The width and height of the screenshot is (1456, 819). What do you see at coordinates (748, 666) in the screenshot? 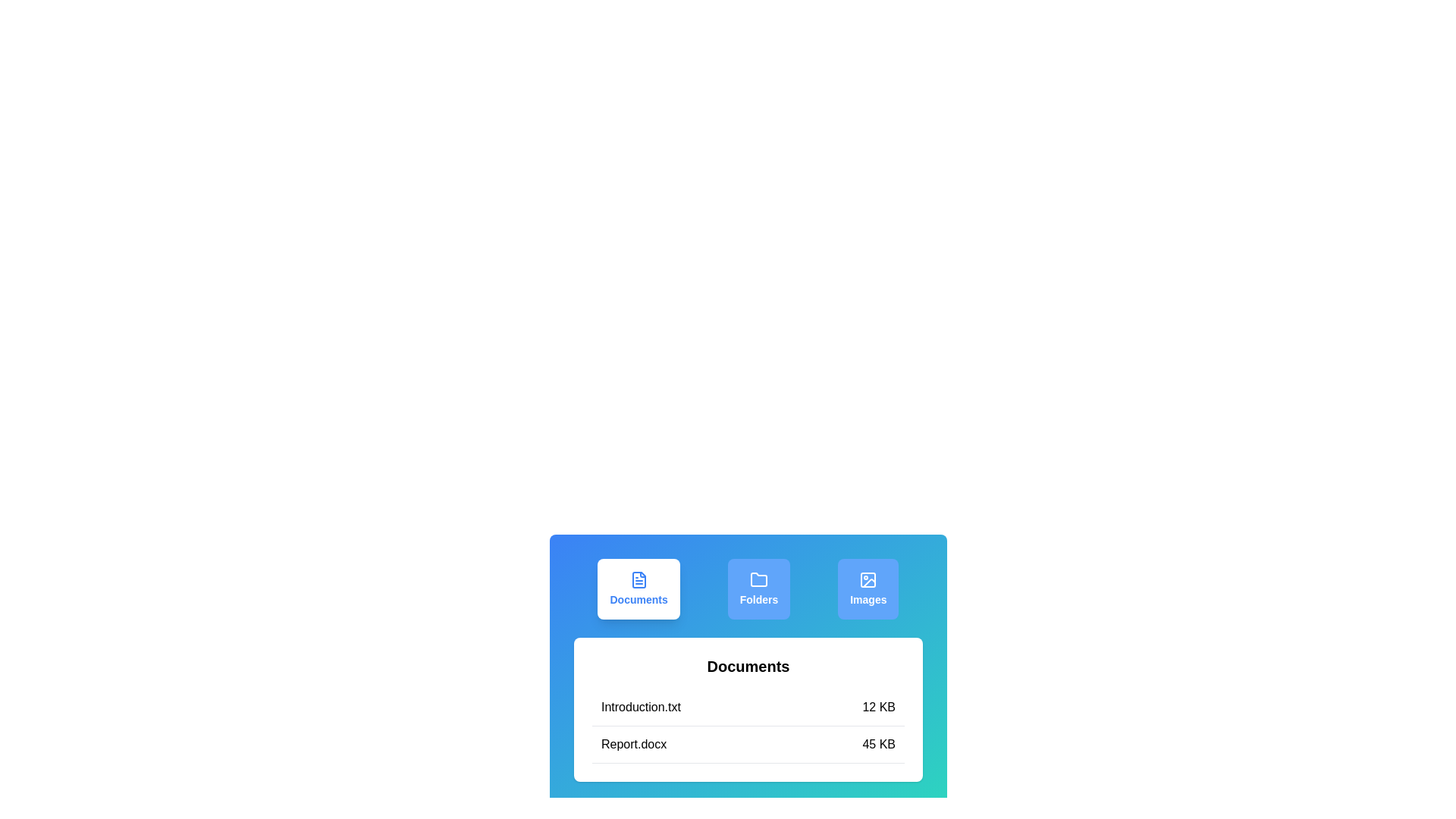
I see `the non-interactive Text Label indicating 'Documents', which is visually distinct and serves as a title for the associated items below it` at bounding box center [748, 666].